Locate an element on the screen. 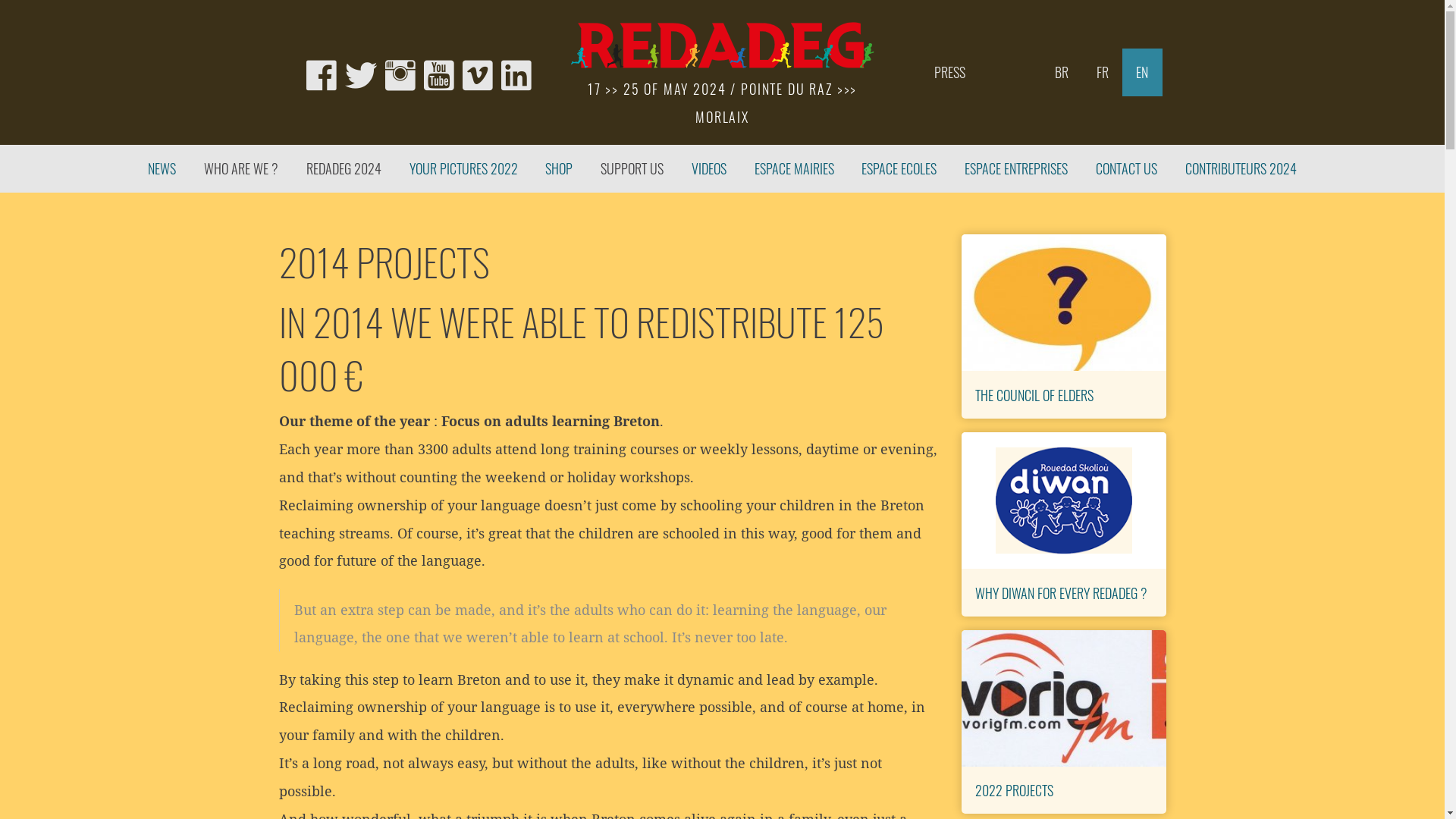 Image resolution: width=1456 pixels, height=819 pixels. 'ESPACE MAIRIES' is located at coordinates (792, 168).